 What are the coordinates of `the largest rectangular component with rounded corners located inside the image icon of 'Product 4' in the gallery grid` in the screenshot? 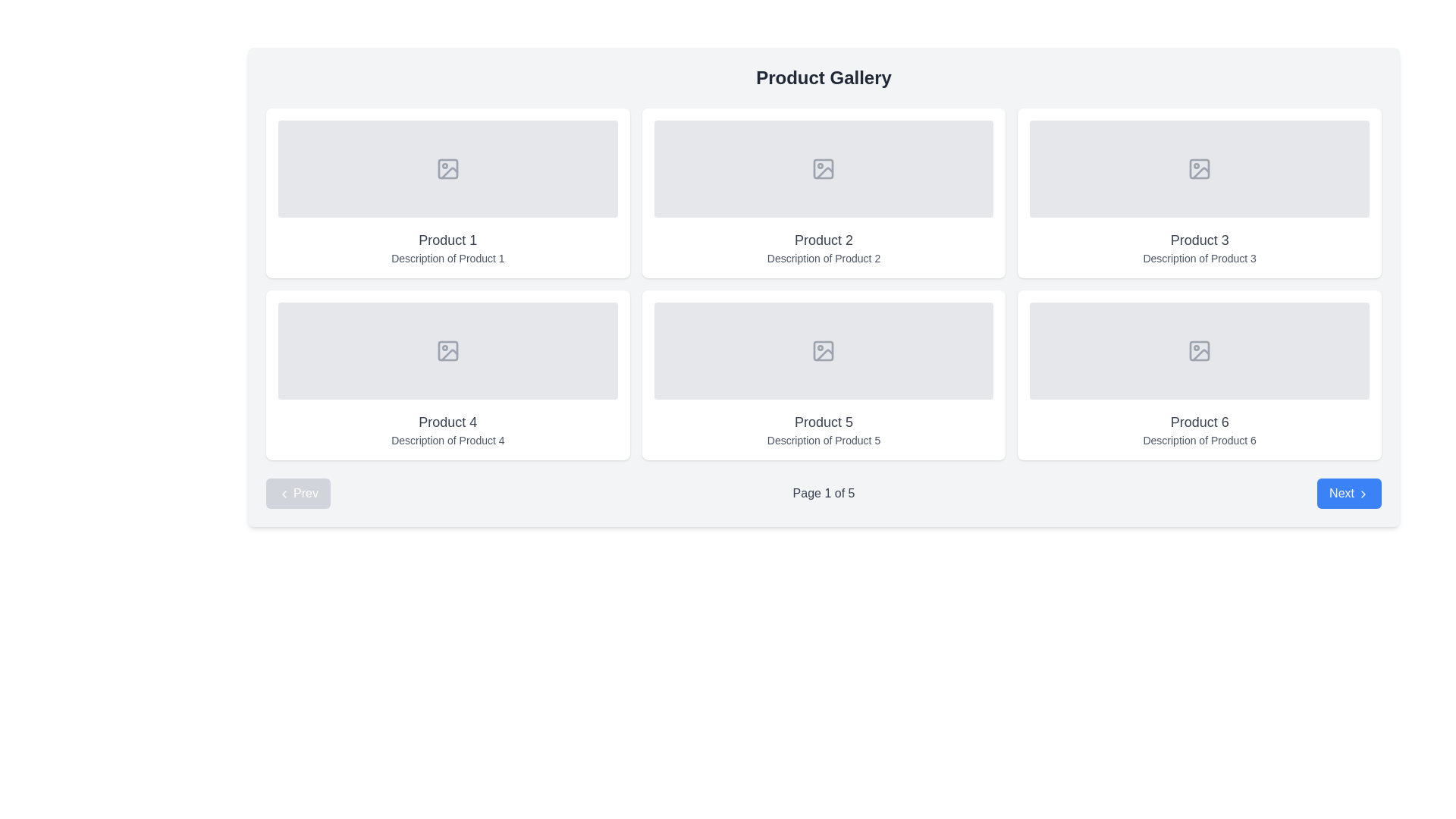 It's located at (447, 350).